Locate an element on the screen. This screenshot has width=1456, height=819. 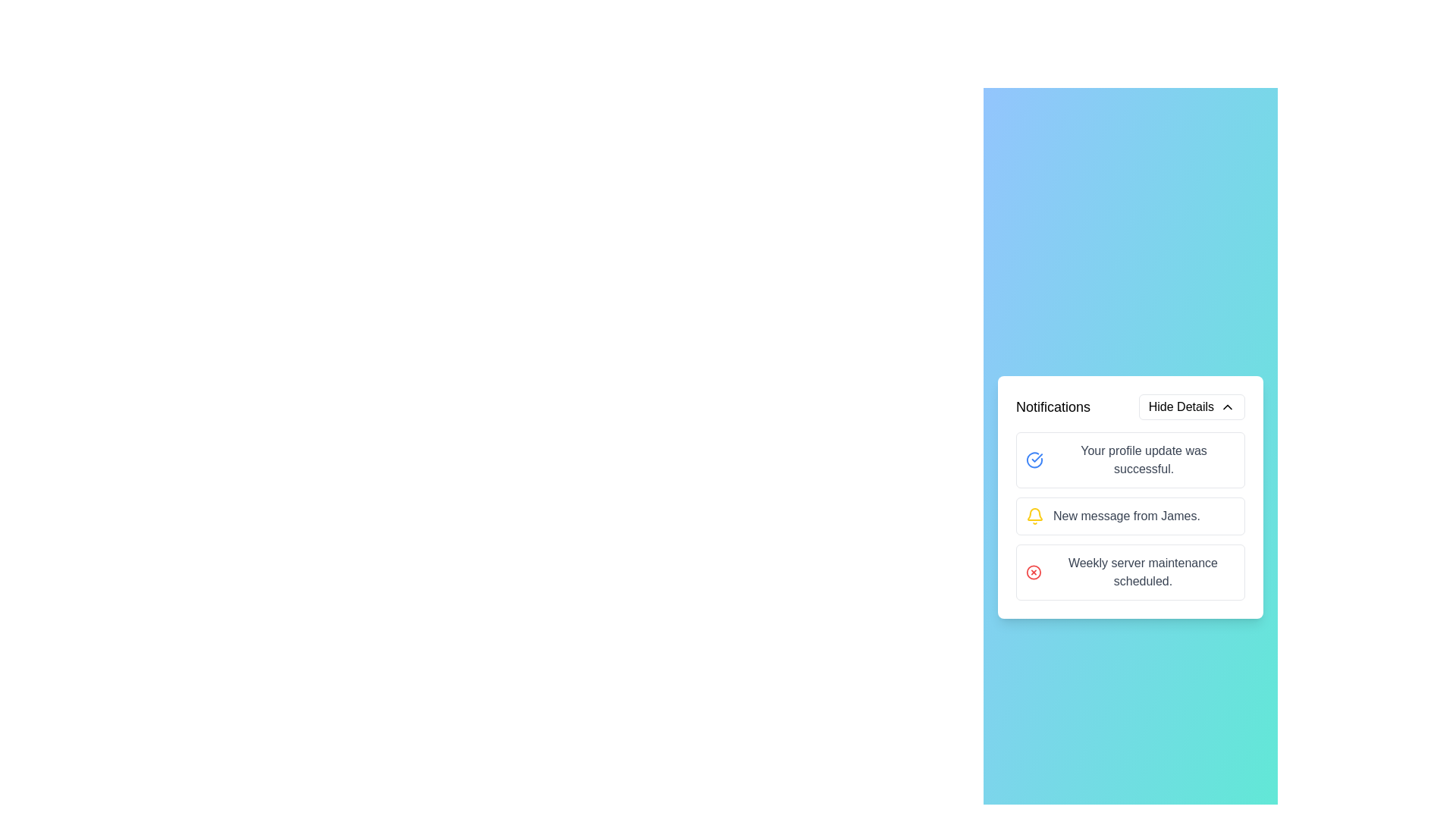
the text element that displays 'New message from James.' located in the second notification of the list, positioned to the right of the yellow notification bell icon is located at coordinates (1126, 516).